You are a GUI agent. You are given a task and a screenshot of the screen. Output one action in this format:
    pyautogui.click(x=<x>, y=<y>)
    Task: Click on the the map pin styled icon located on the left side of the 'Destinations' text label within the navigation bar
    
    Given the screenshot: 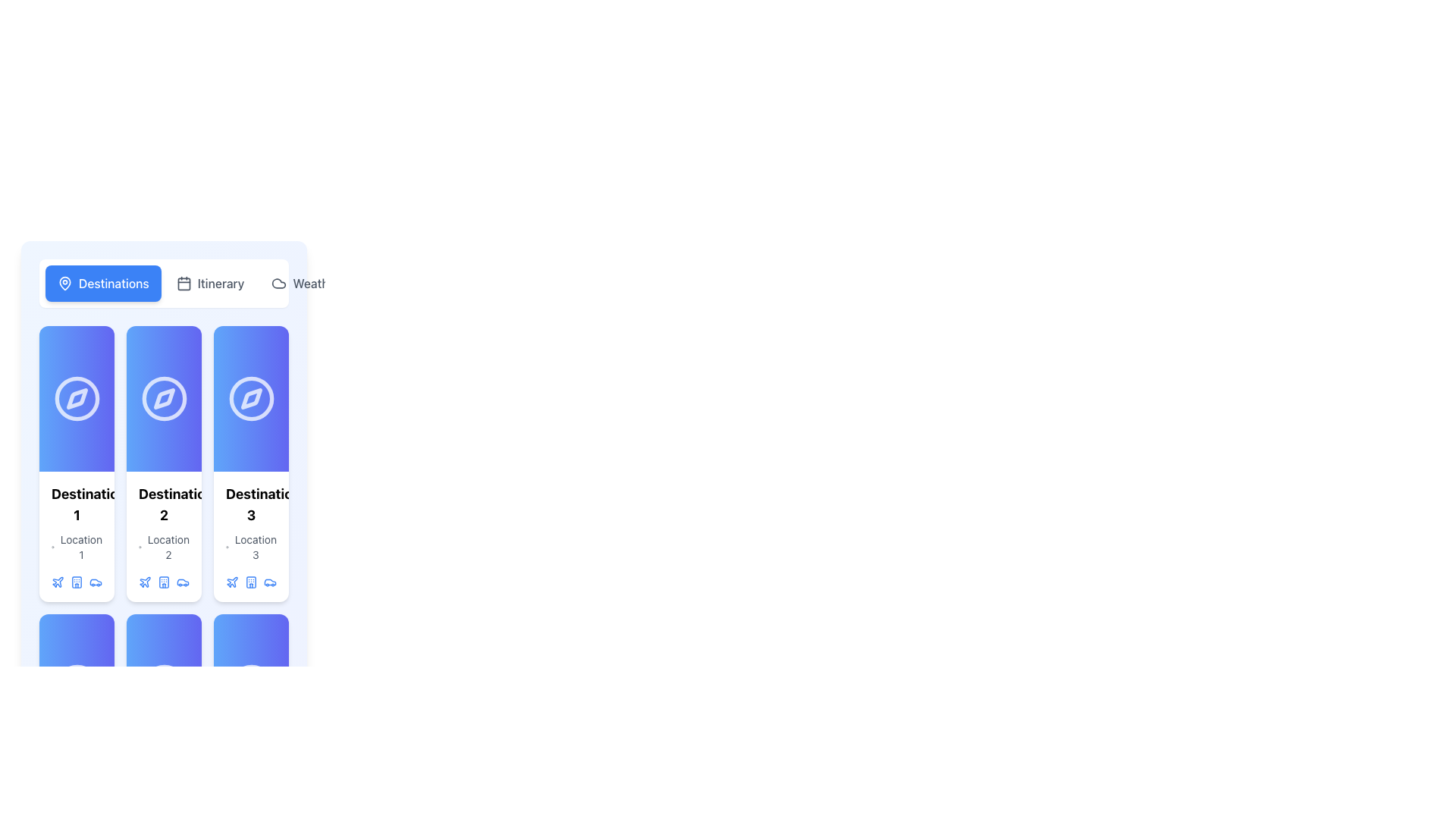 What is the action you would take?
    pyautogui.click(x=64, y=284)
    